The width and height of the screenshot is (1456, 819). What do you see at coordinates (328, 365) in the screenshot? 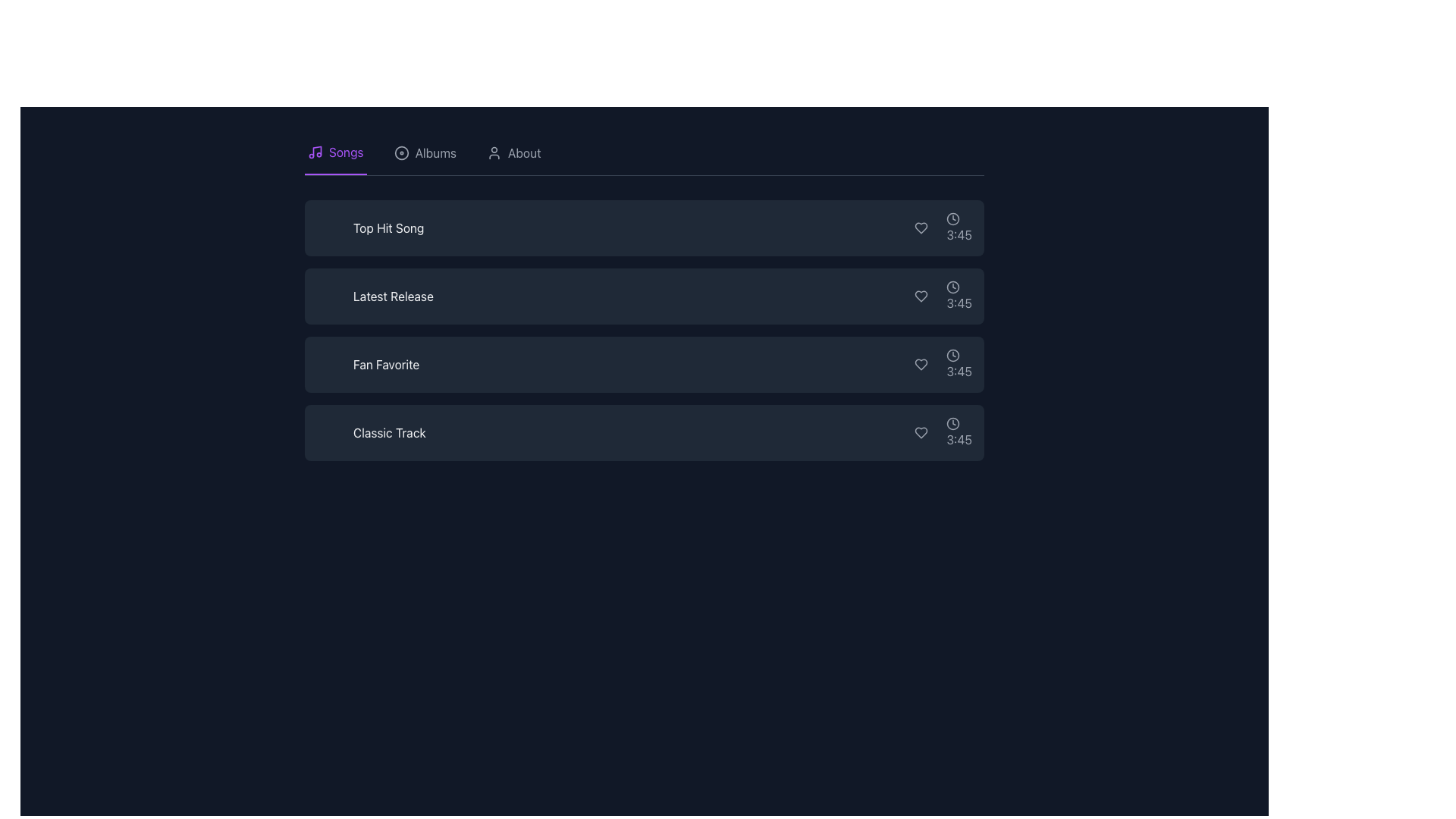
I see `the play button icon located to the left of the text label in the 'Fan Favorite' list item` at bounding box center [328, 365].